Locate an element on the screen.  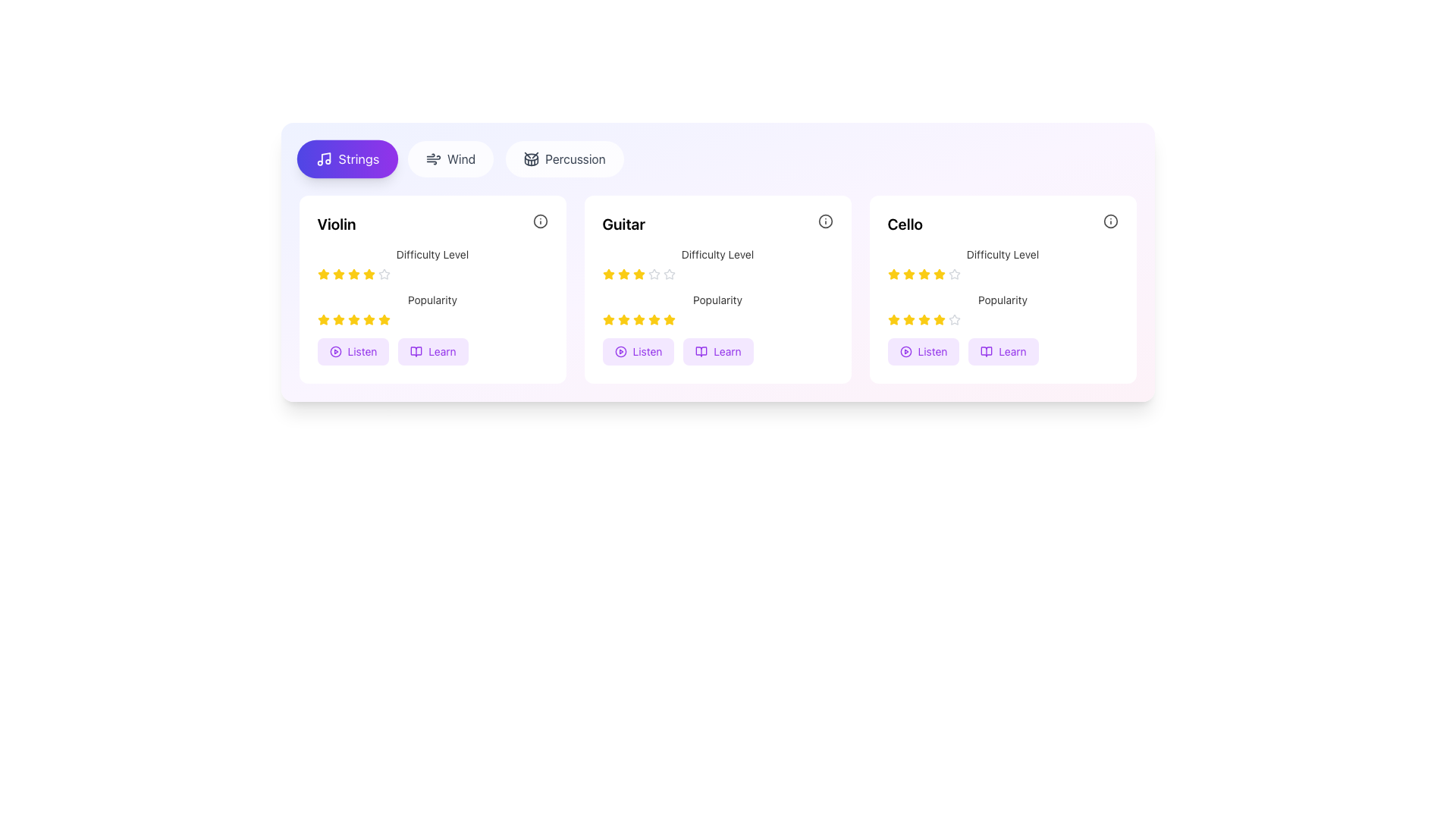
the informational icon located in the upper-right corner of the 'Guitar' card is located at coordinates (824, 221).